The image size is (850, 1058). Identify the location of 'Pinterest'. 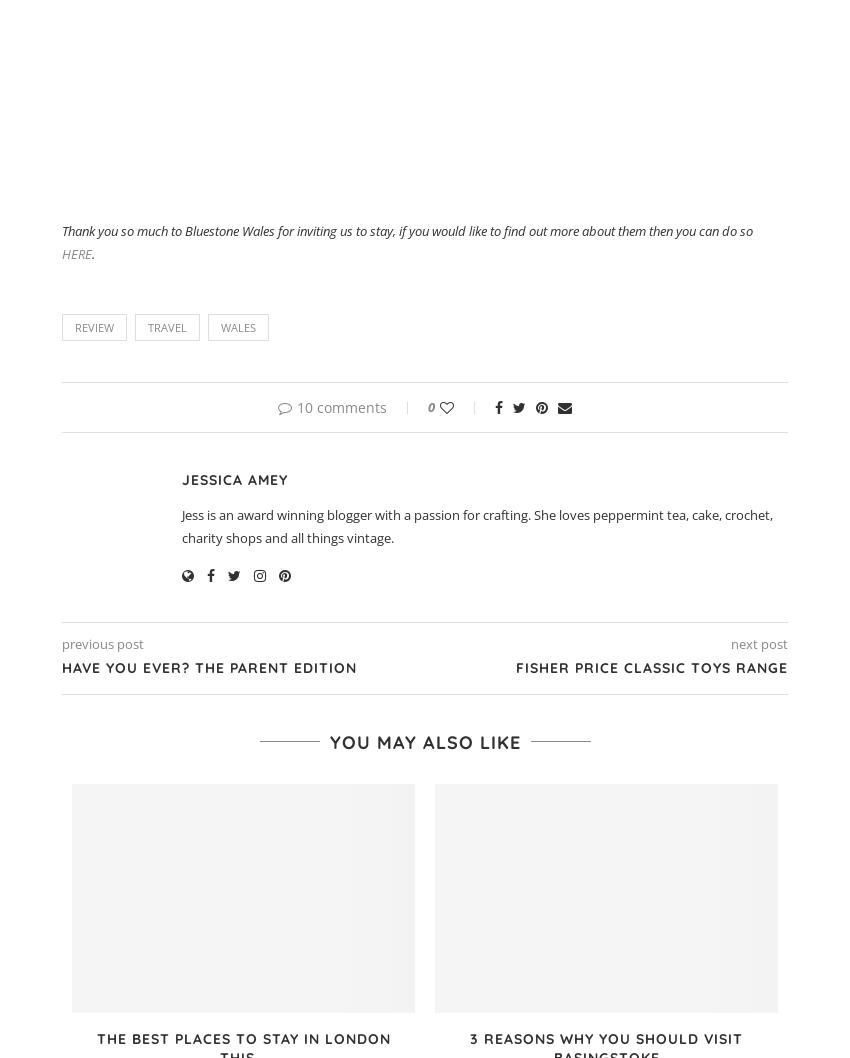
(540, 449).